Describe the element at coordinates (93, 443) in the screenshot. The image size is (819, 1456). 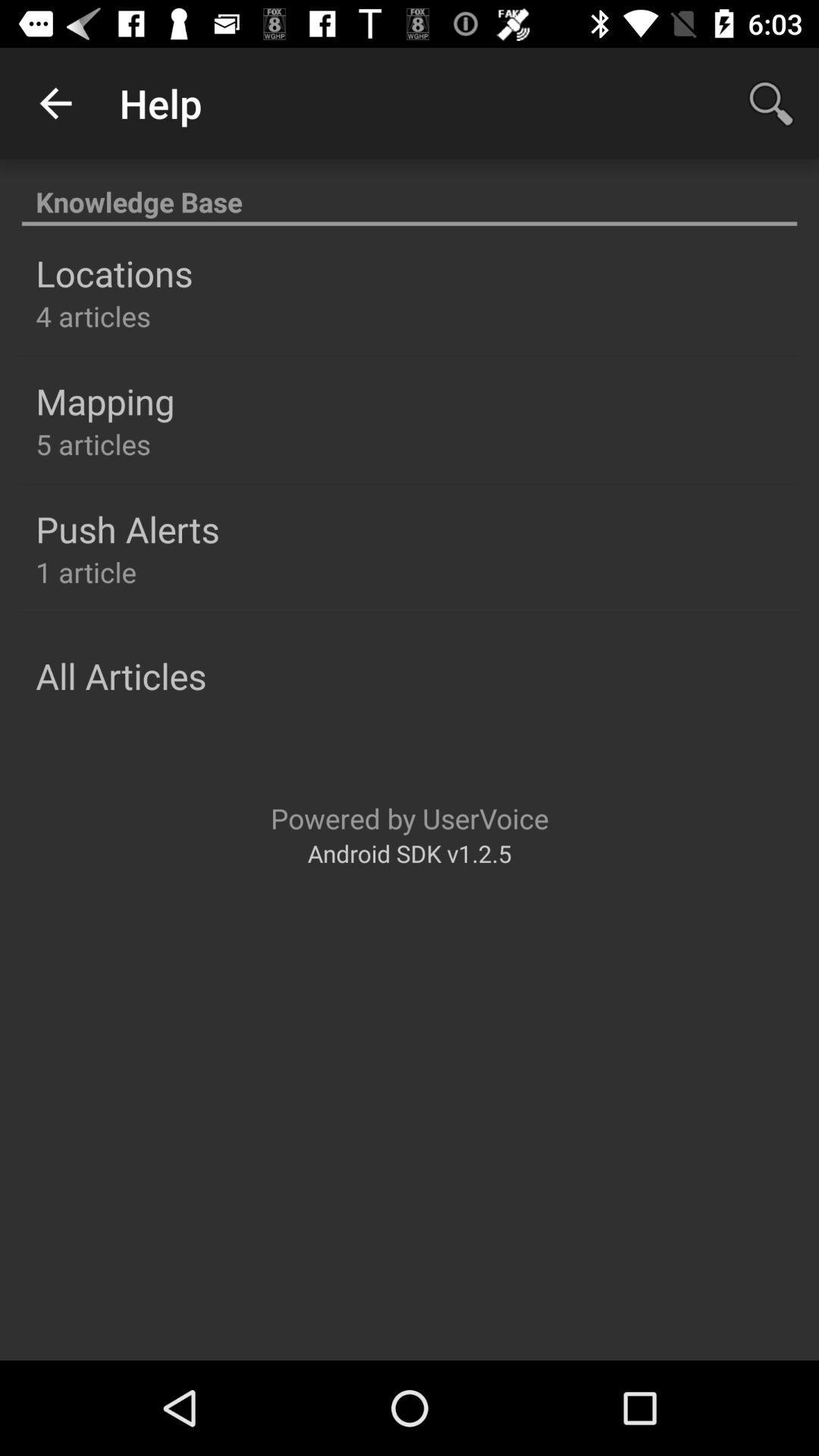
I see `the 5 articles` at that location.